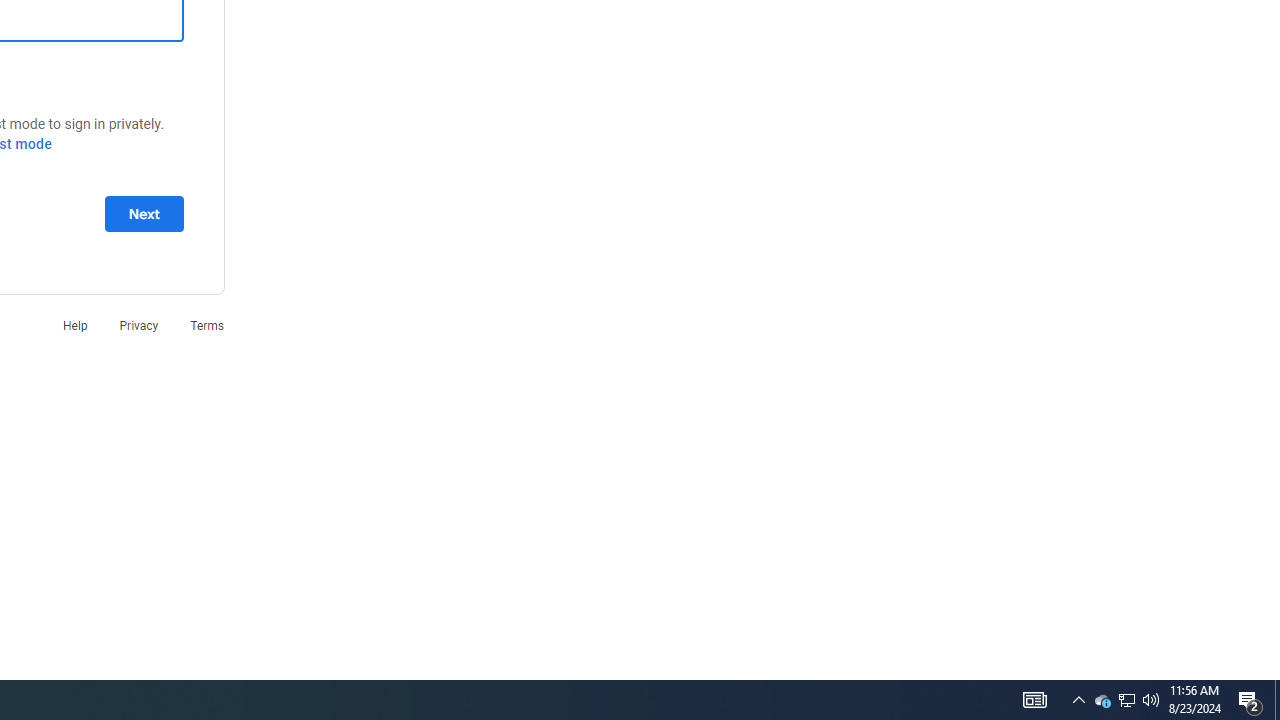 This screenshot has height=720, width=1280. What do you see at coordinates (143, 213) in the screenshot?
I see `'Next'` at bounding box center [143, 213].